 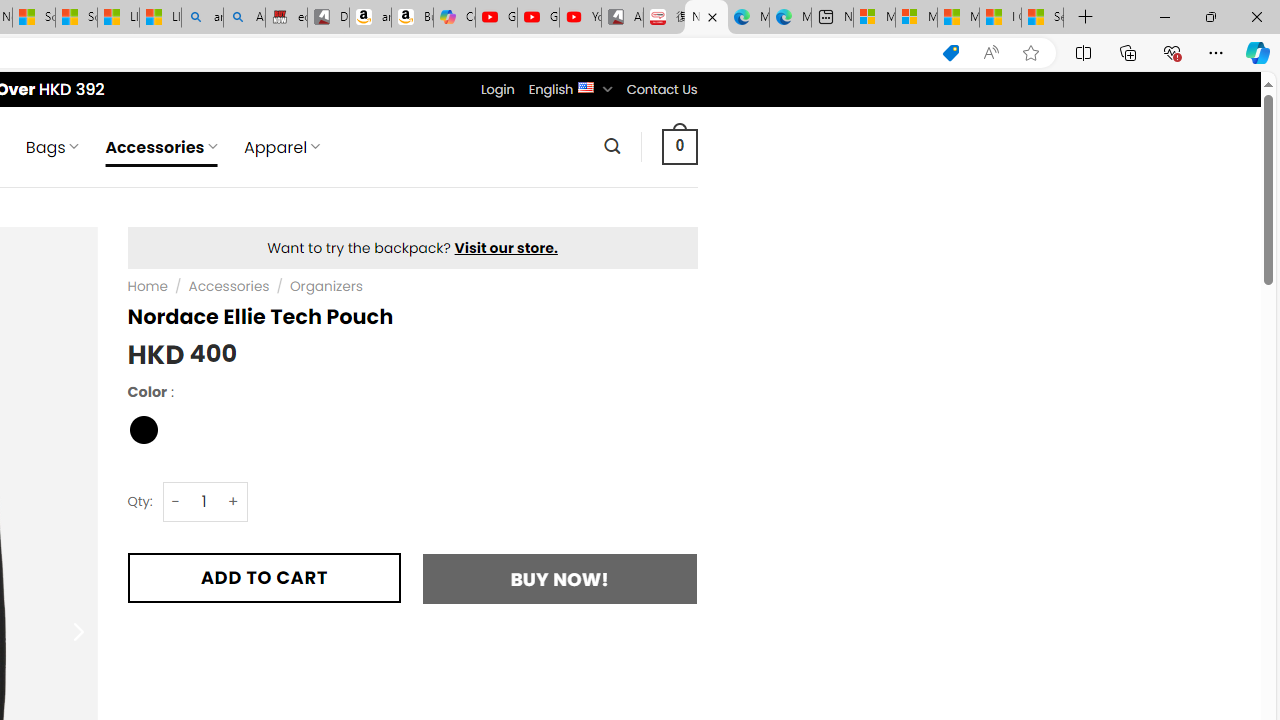 I want to click on 'Organizers', so click(x=326, y=286).